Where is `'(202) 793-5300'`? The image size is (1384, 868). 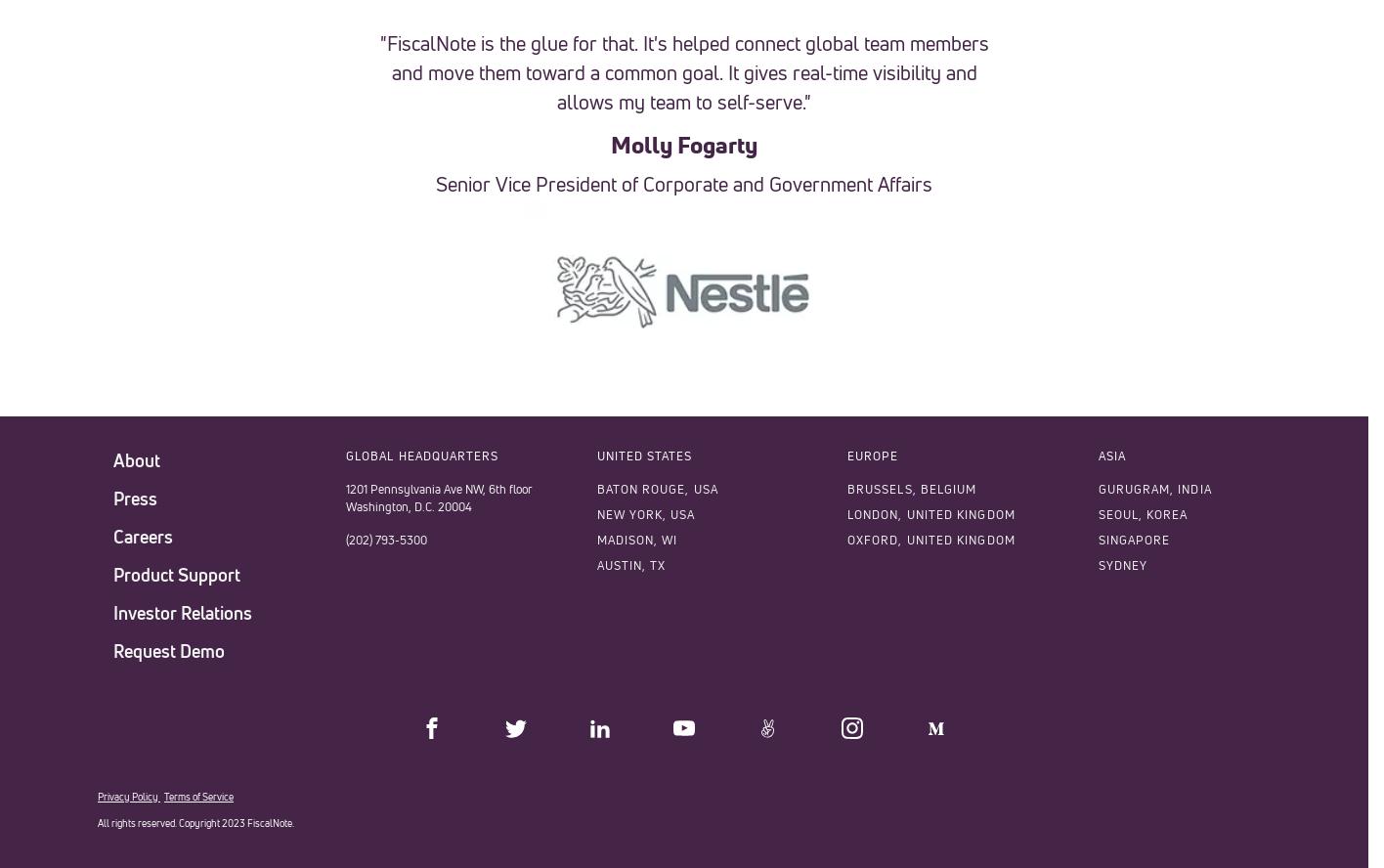 '(202) 793-5300' is located at coordinates (386, 538).